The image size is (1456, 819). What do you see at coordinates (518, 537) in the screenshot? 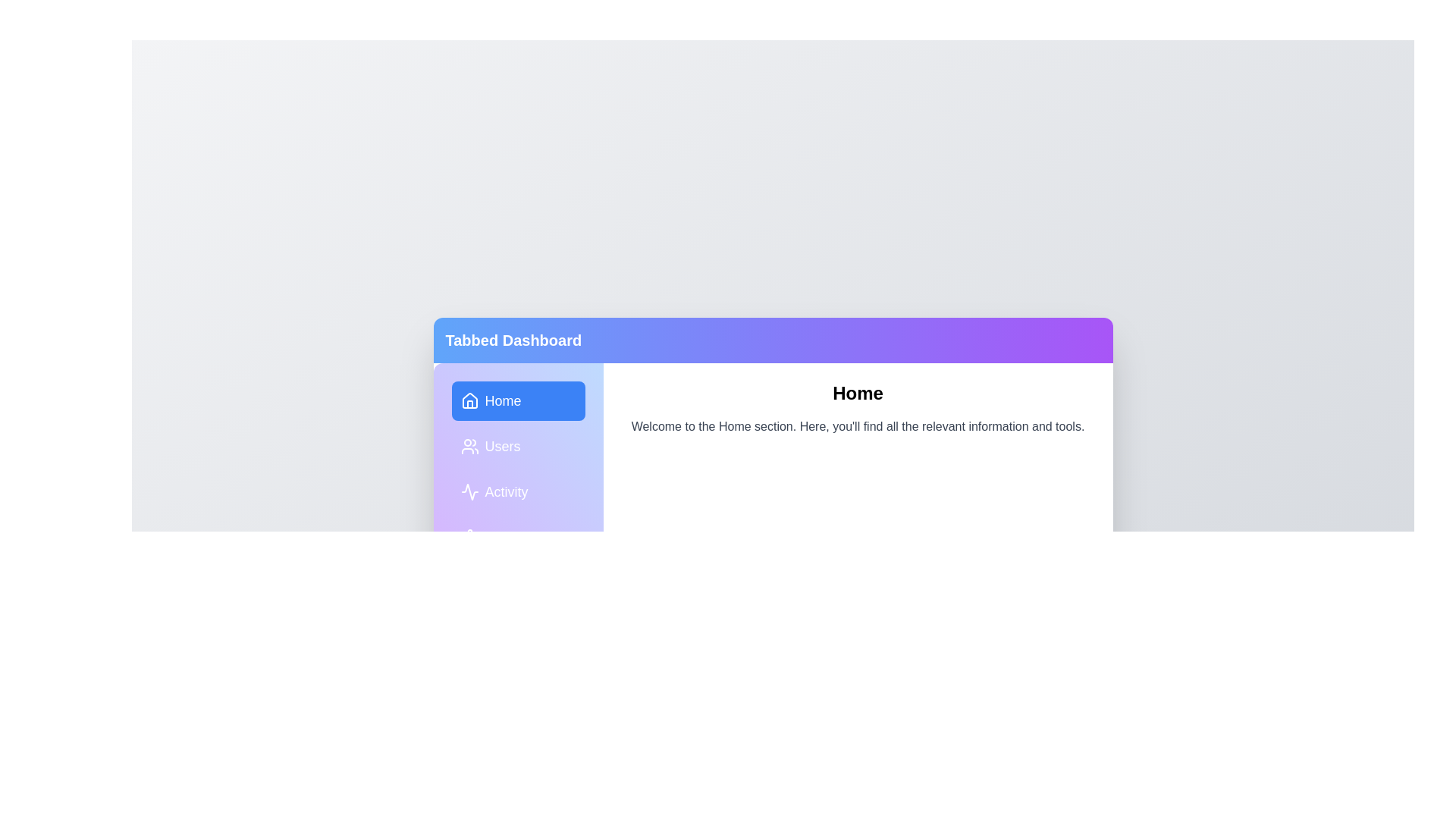
I see `the tab Settings to observe the visual effect` at bounding box center [518, 537].